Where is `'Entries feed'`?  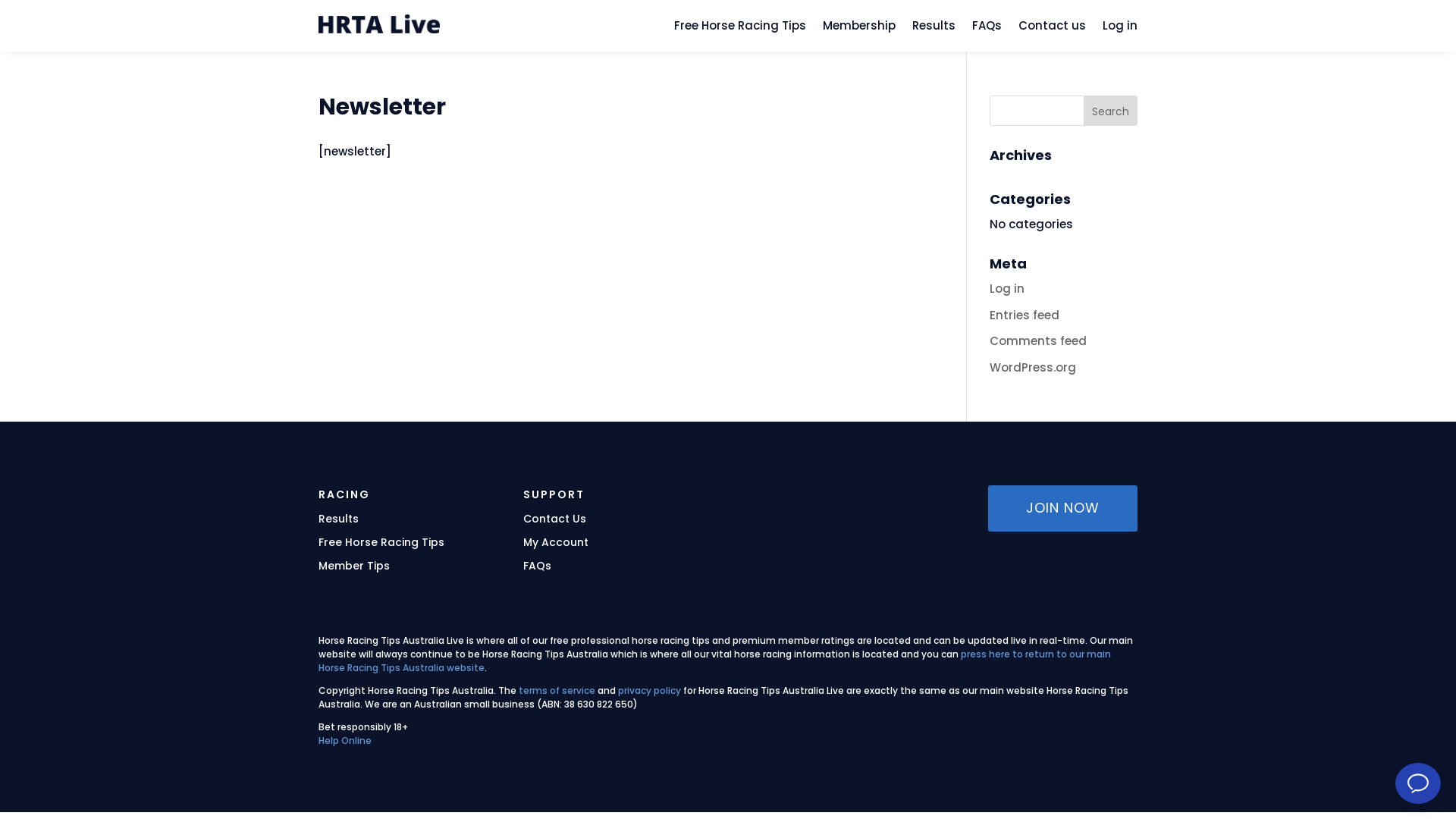 'Entries feed' is located at coordinates (990, 314).